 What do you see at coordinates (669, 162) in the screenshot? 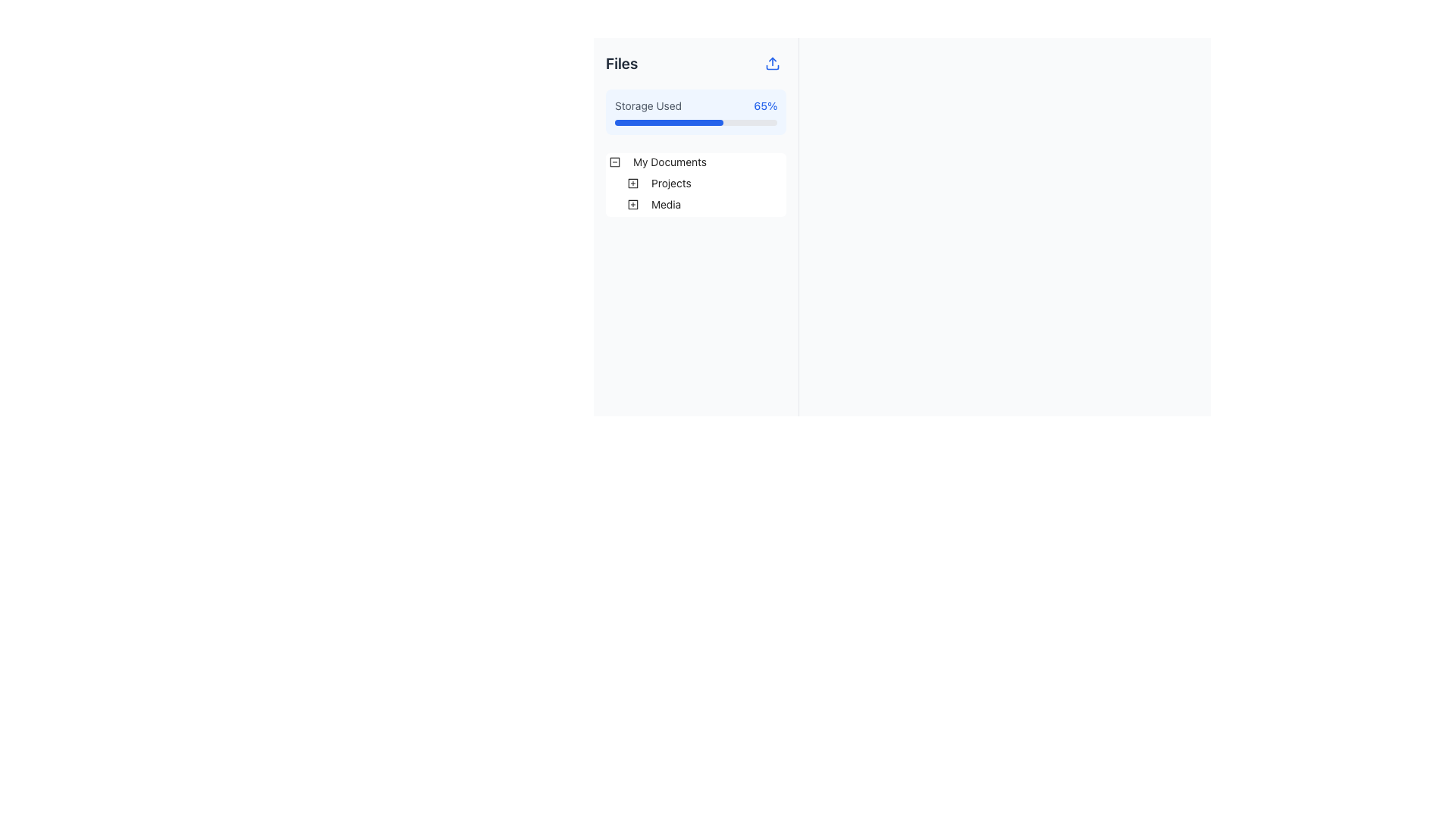
I see `the 'My Documents' tree node item in the file navigation interface` at bounding box center [669, 162].